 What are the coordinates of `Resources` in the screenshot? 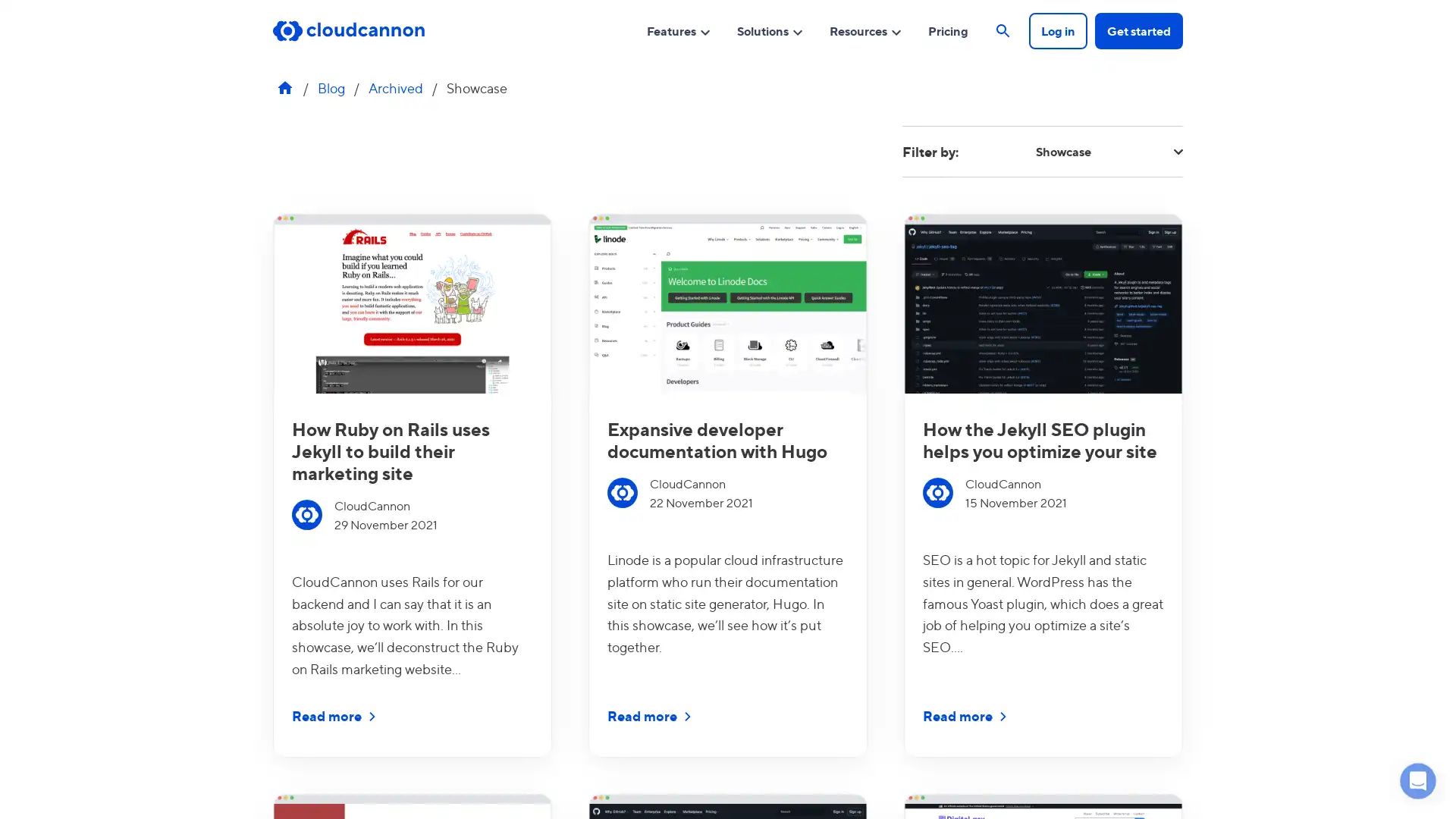 It's located at (866, 30).